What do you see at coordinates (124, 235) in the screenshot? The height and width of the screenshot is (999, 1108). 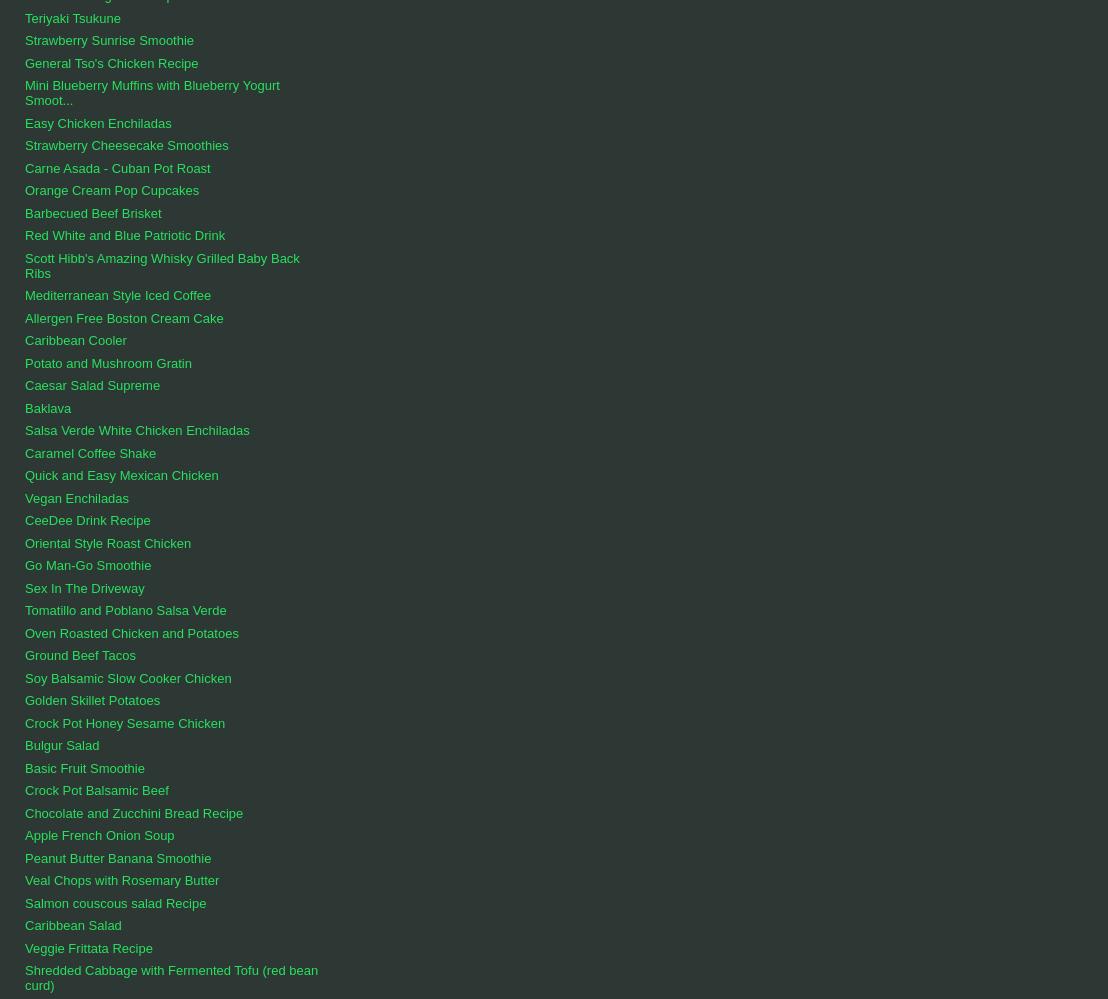 I see `'Red White and Blue Patriotic Drink'` at bounding box center [124, 235].